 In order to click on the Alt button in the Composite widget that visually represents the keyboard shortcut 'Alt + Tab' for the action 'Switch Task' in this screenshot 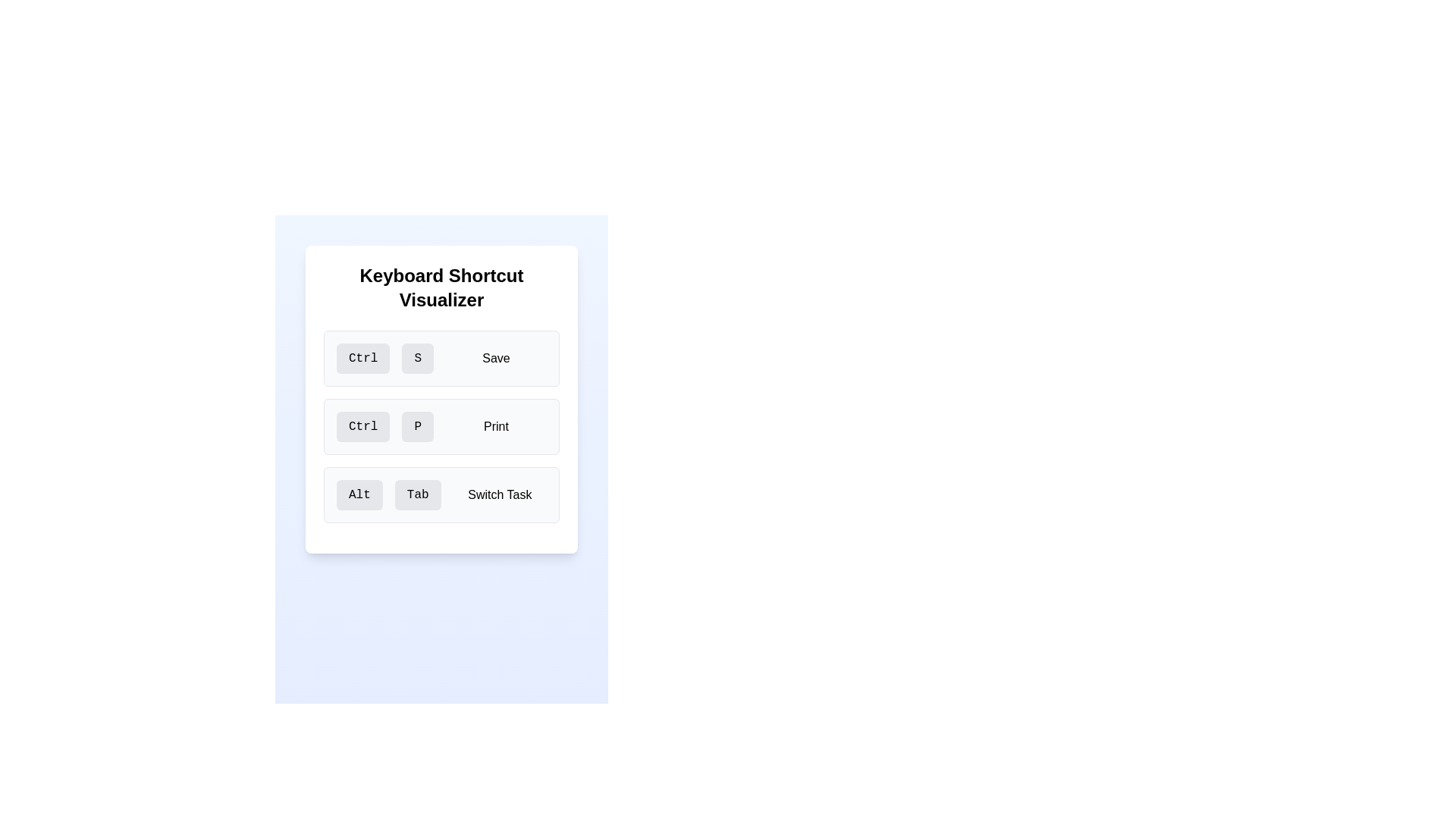, I will do `click(441, 494)`.